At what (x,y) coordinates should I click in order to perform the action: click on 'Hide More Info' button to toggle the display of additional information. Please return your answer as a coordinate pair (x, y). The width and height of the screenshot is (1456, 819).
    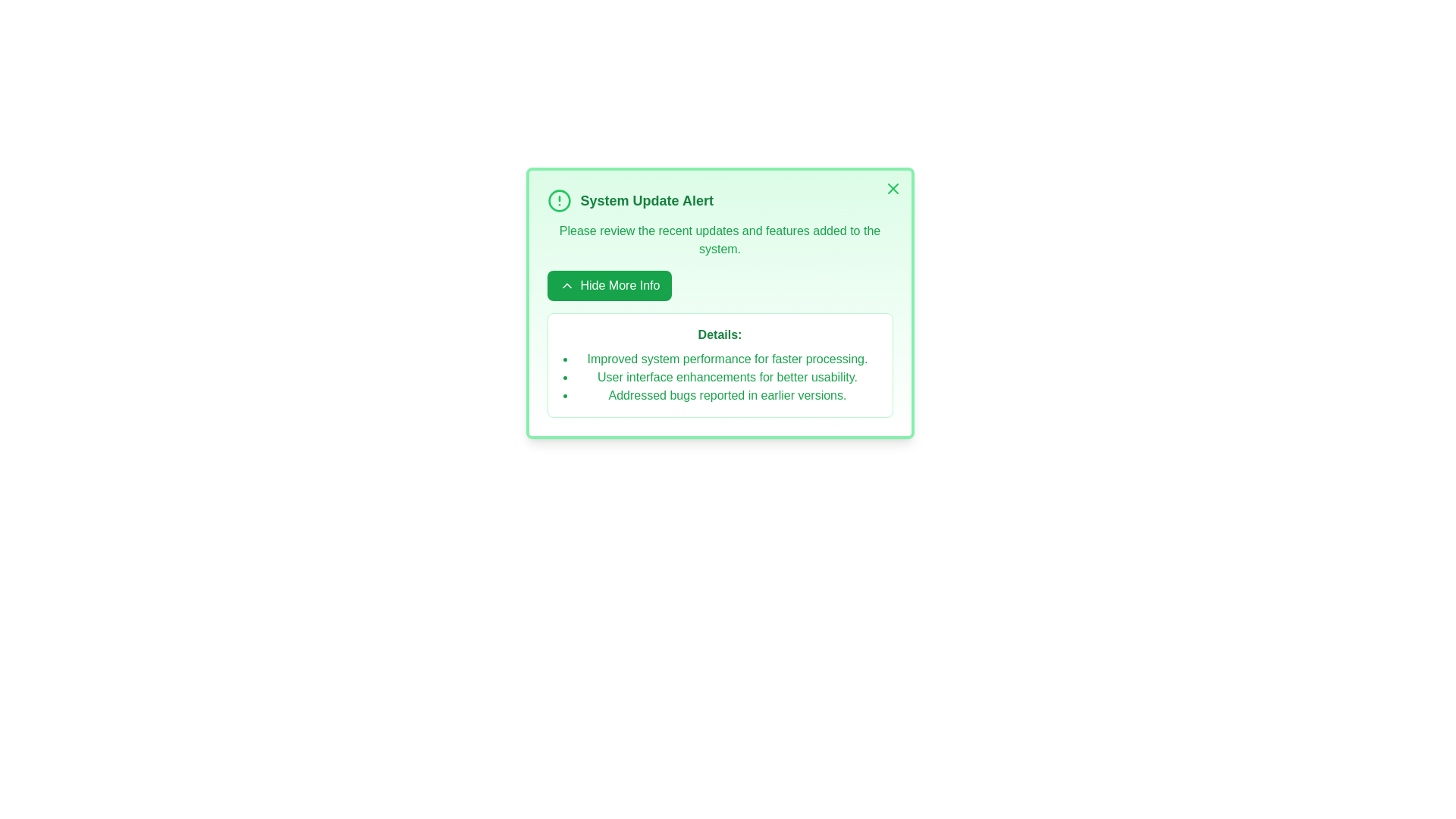
    Looking at the image, I should click on (609, 286).